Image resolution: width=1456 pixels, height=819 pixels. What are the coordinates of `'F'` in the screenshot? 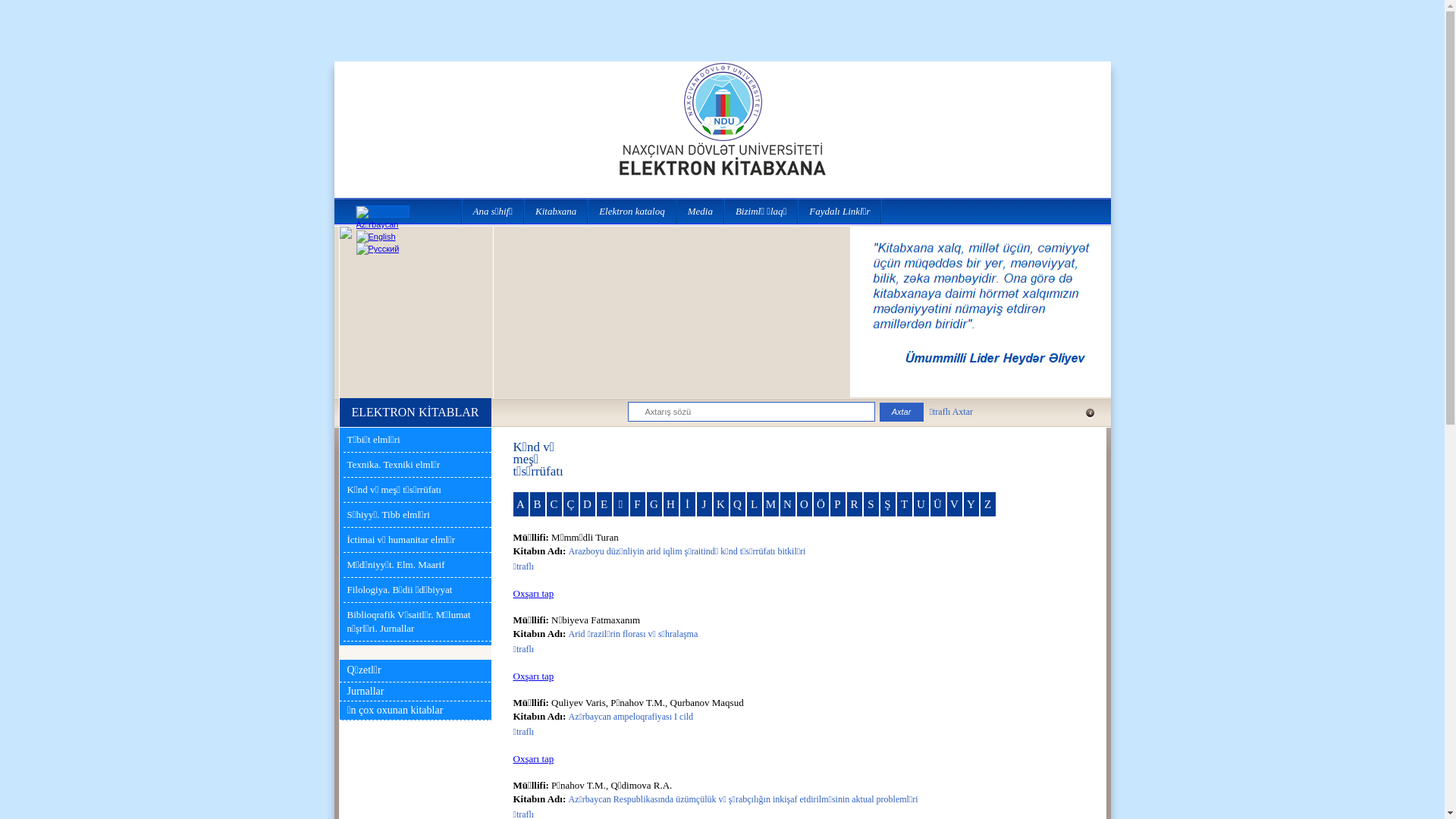 It's located at (633, 504).